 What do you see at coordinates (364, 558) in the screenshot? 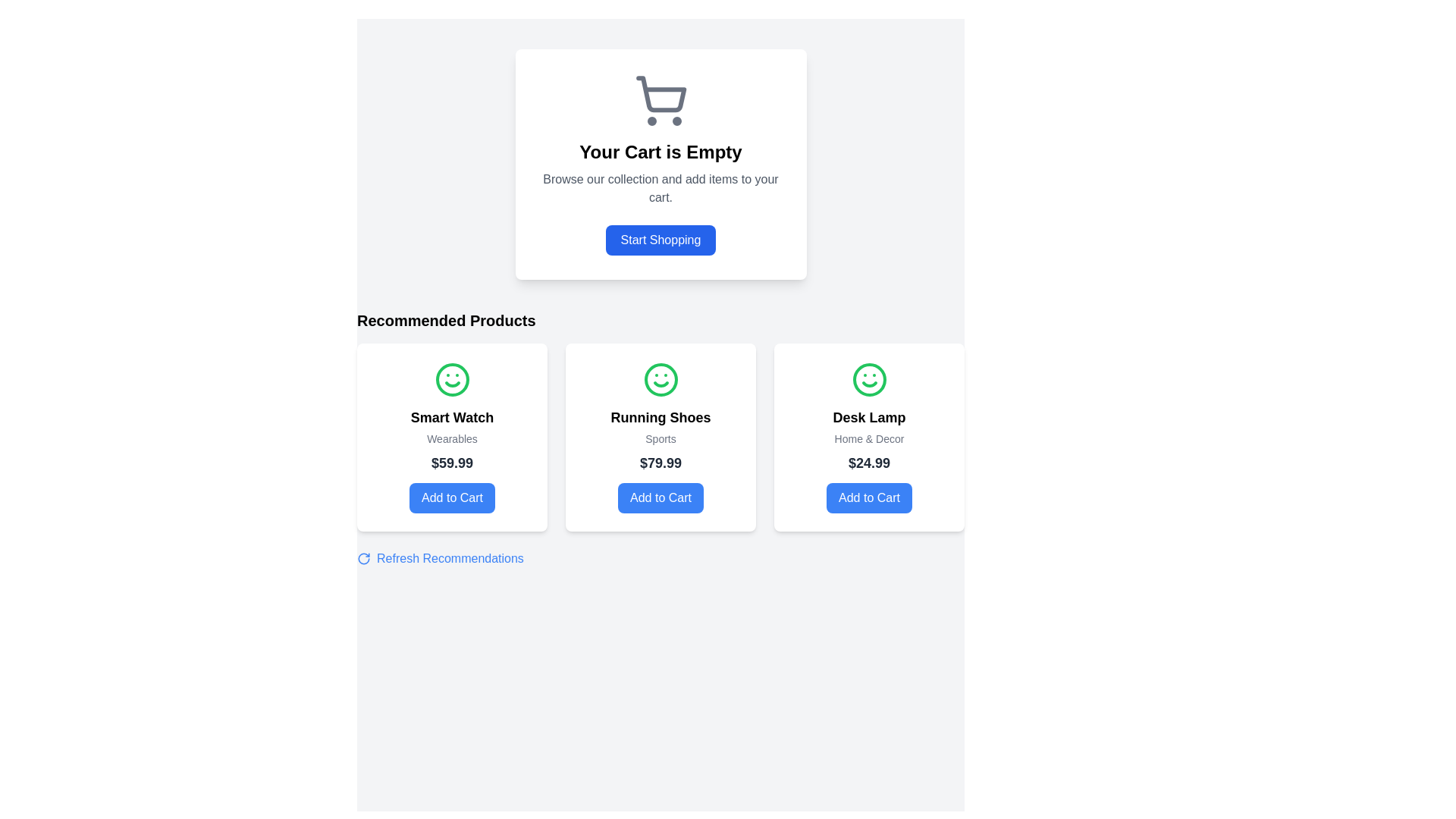
I see `the open-ended circular arrow icon indicating refresh located below the 'Recommended Products' heading` at bounding box center [364, 558].